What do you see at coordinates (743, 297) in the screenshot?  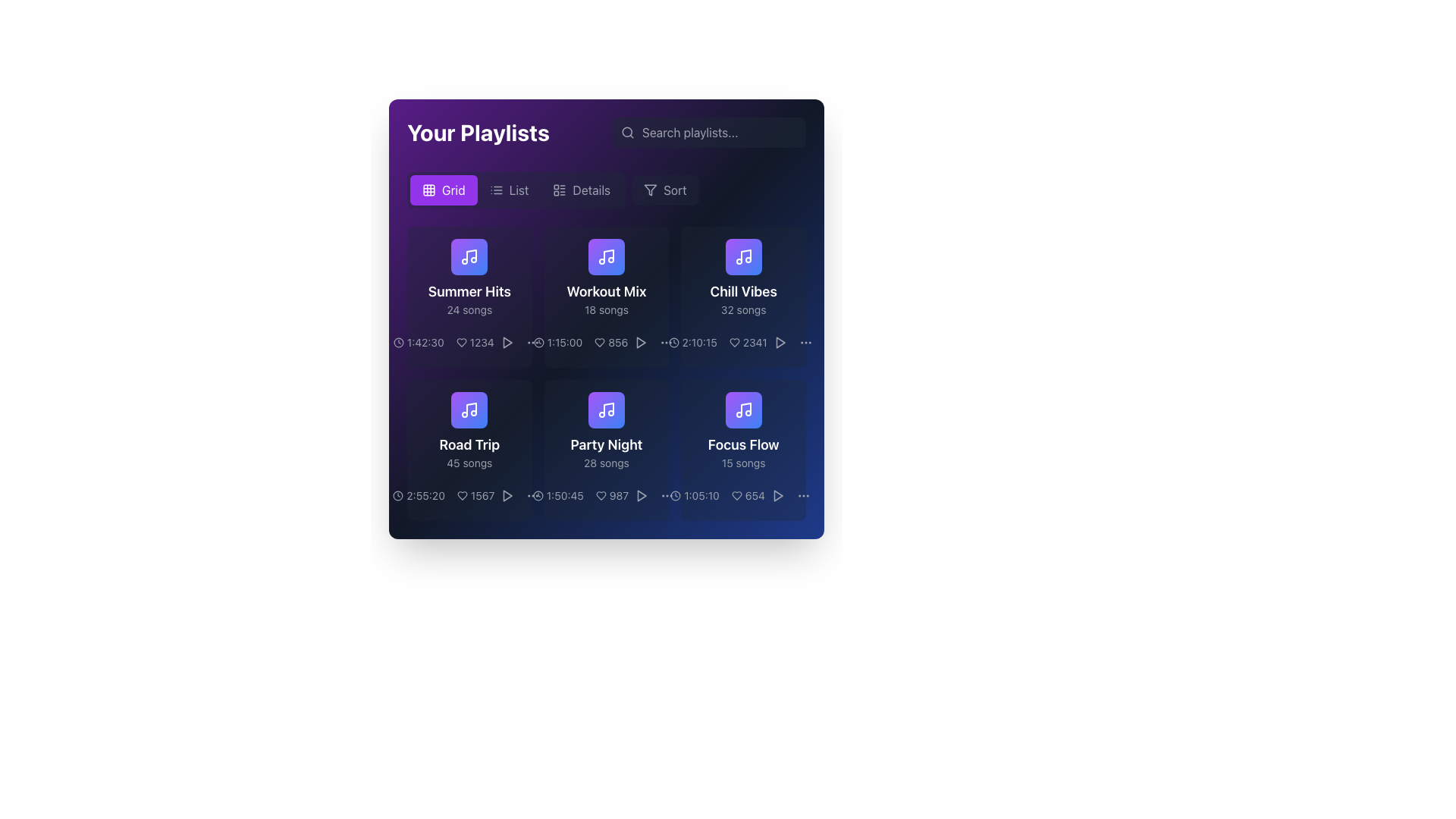 I see `the 'Chill Vibes' Playlist Card located in the second row and third column of the 'Your Playlists' section` at bounding box center [743, 297].